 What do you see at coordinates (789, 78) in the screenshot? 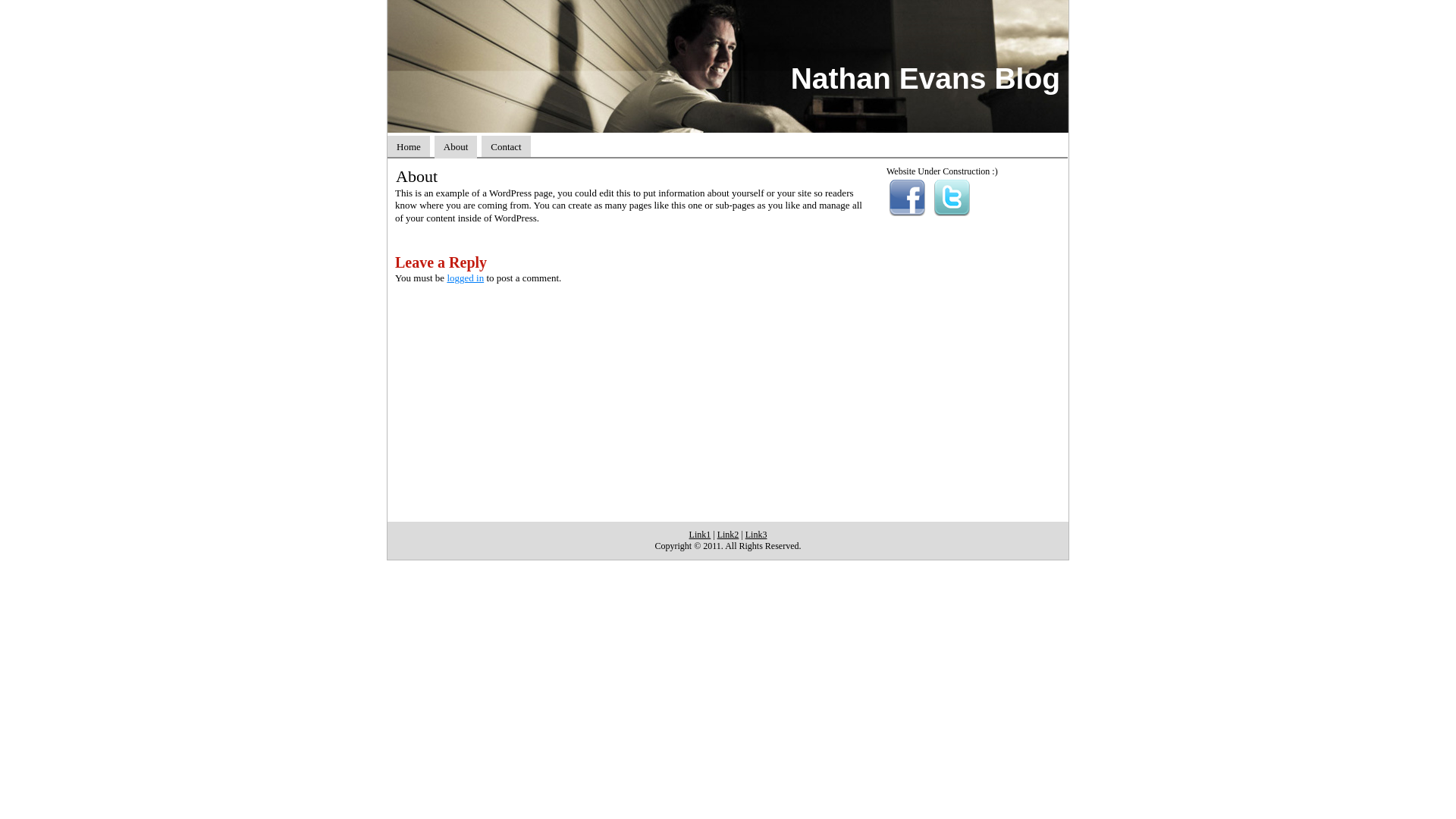
I see `'Nathan Evans Blog'` at bounding box center [789, 78].